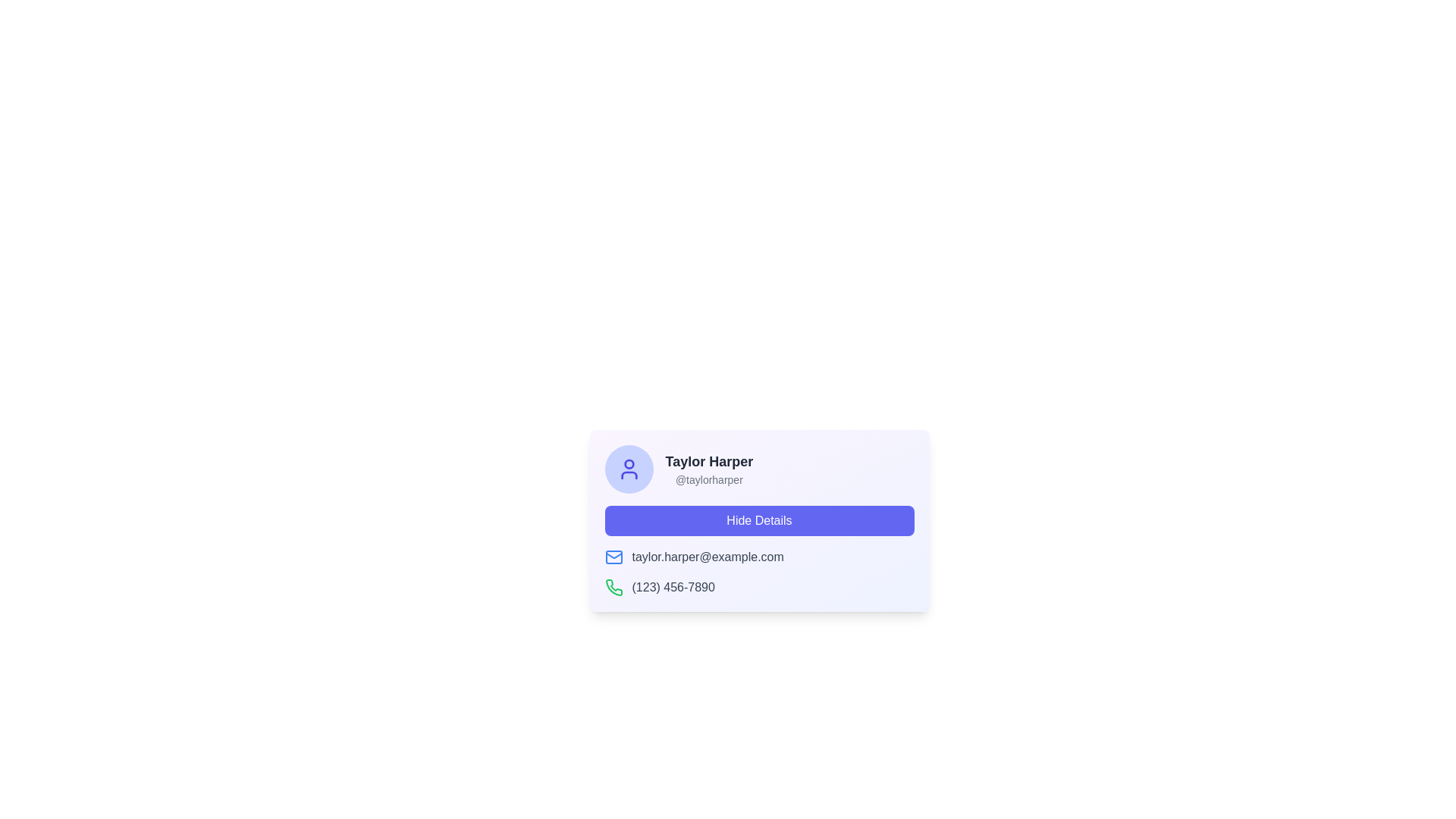 The height and width of the screenshot is (819, 1456). Describe the element at coordinates (613, 557) in the screenshot. I see `the envelope icon in the contact card layout, located to the left of the email text 'taylor.harper@example.com'` at that location.